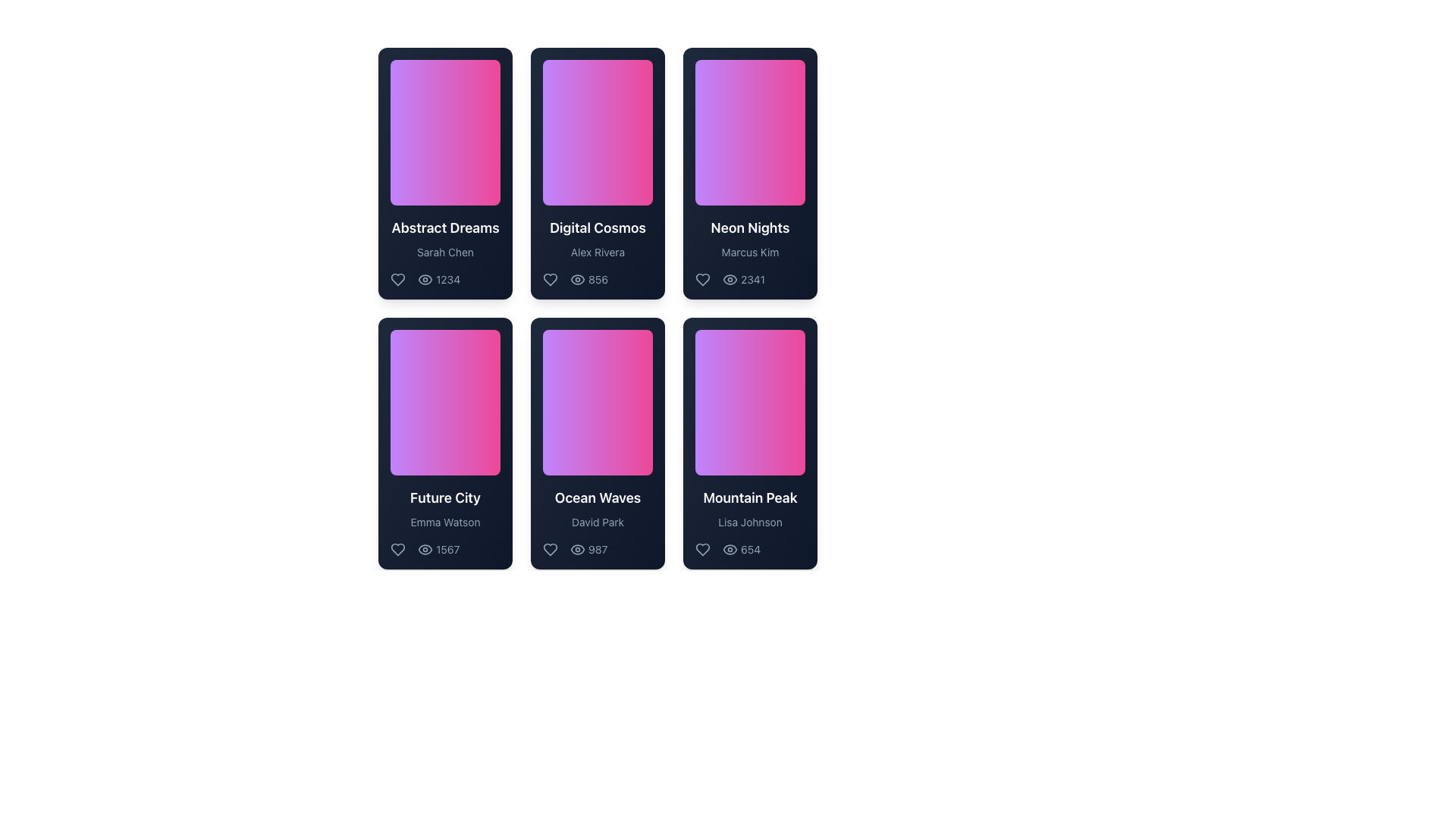  Describe the element at coordinates (549, 280) in the screenshot. I see `the heart icon located at the bottom-left corner of the 'Digital Cosmos' card's footer section to like or favorite the item` at that location.